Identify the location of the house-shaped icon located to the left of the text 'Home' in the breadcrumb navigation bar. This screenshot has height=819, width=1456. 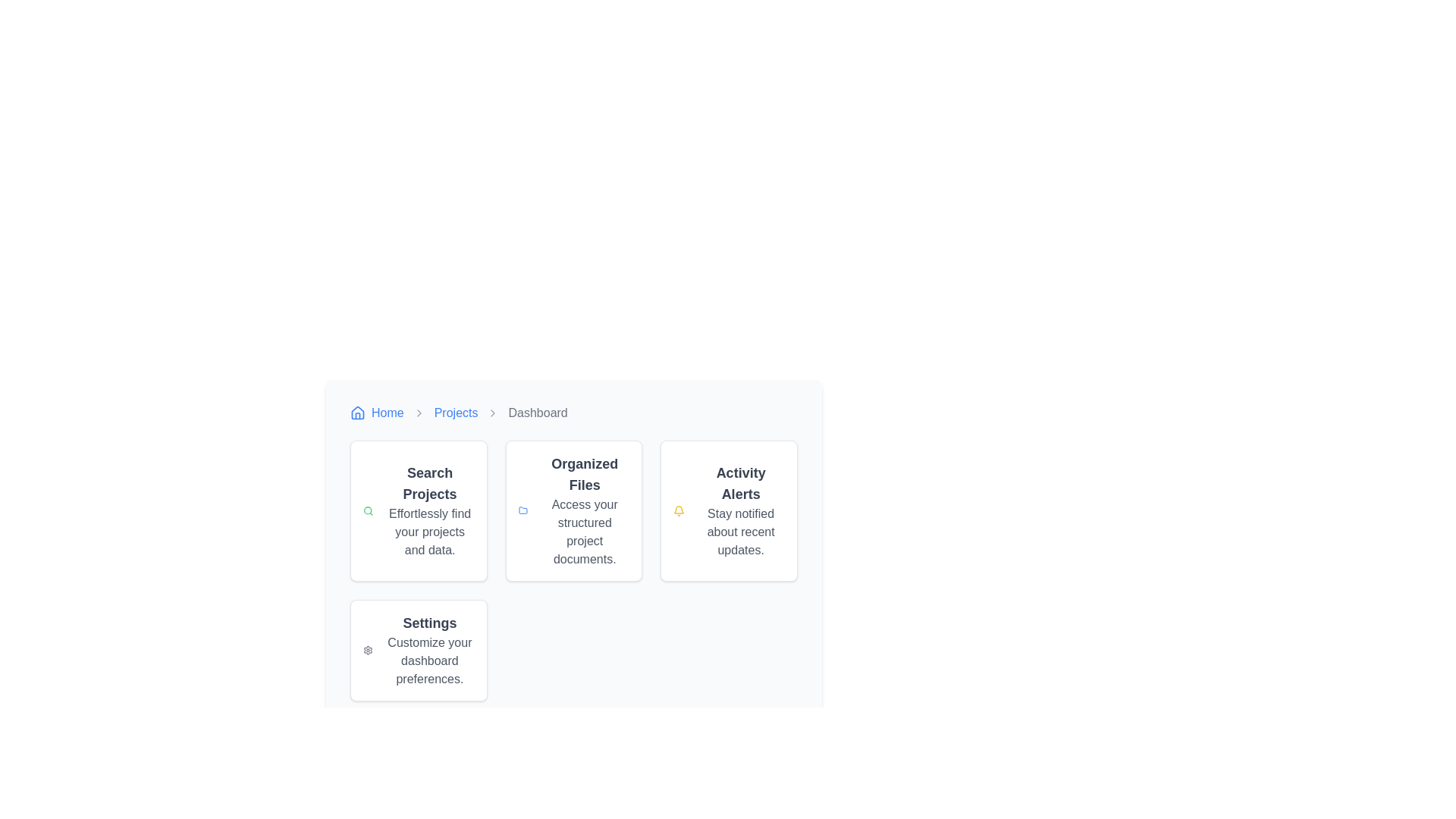
(356, 413).